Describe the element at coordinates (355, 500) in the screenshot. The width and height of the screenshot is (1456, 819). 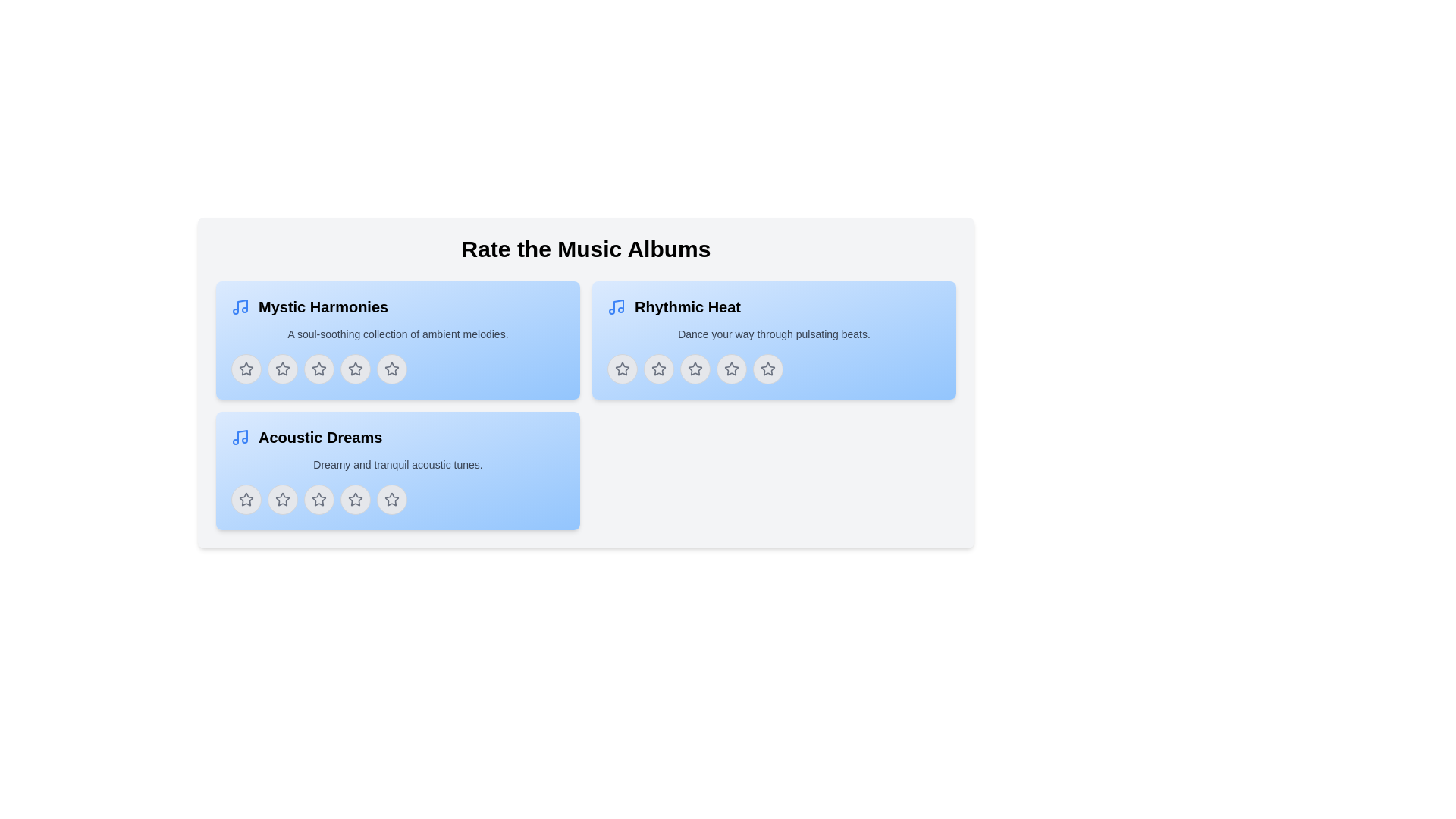
I see `the fifth star icon in the rating component for the 'Acoustic Dreams' album` at that location.